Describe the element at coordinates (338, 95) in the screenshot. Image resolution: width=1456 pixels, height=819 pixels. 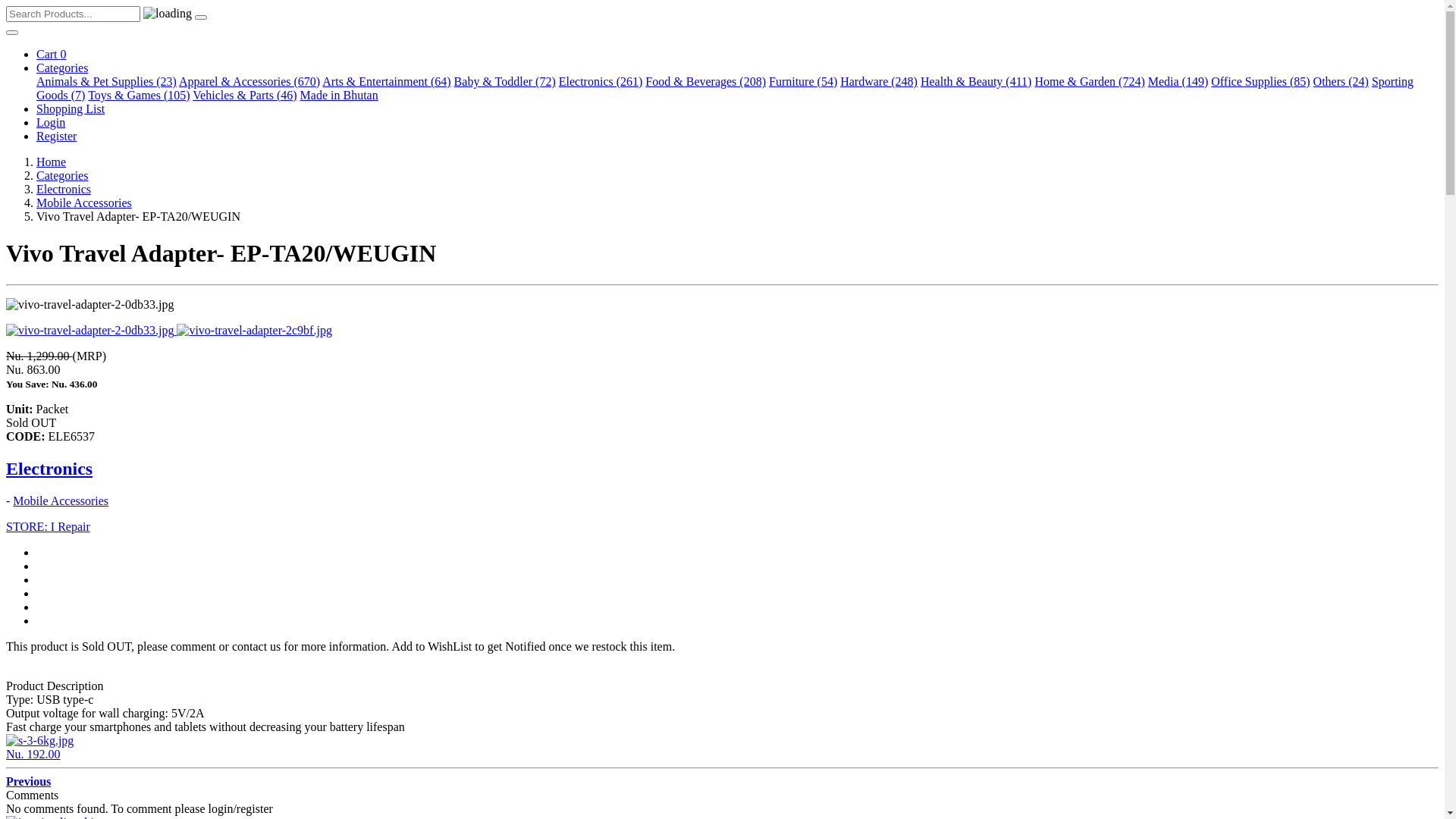
I see `'Made in Bhutan'` at that location.